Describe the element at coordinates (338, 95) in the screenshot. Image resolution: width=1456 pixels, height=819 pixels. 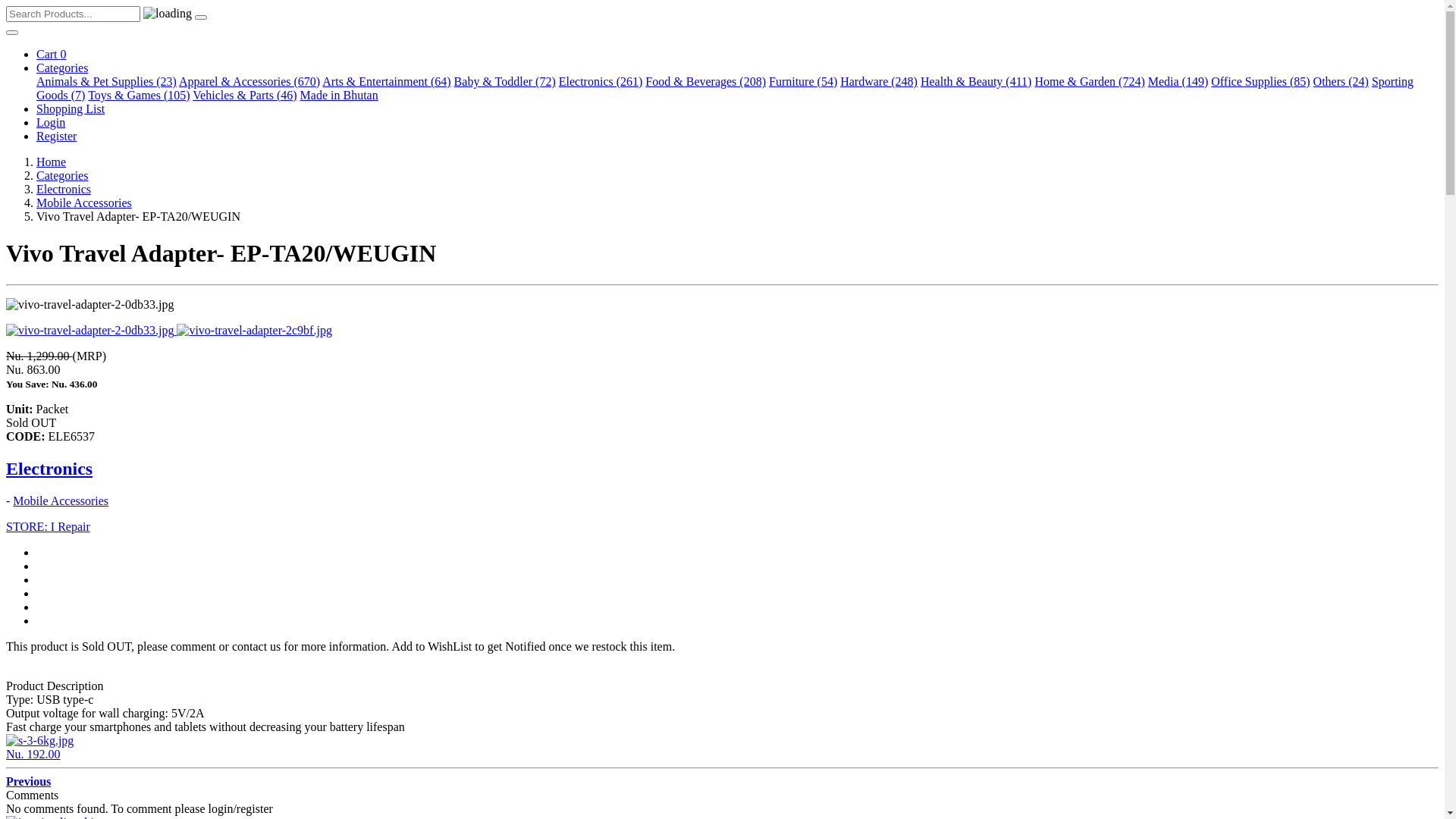
I see `'Made in Bhutan'` at that location.